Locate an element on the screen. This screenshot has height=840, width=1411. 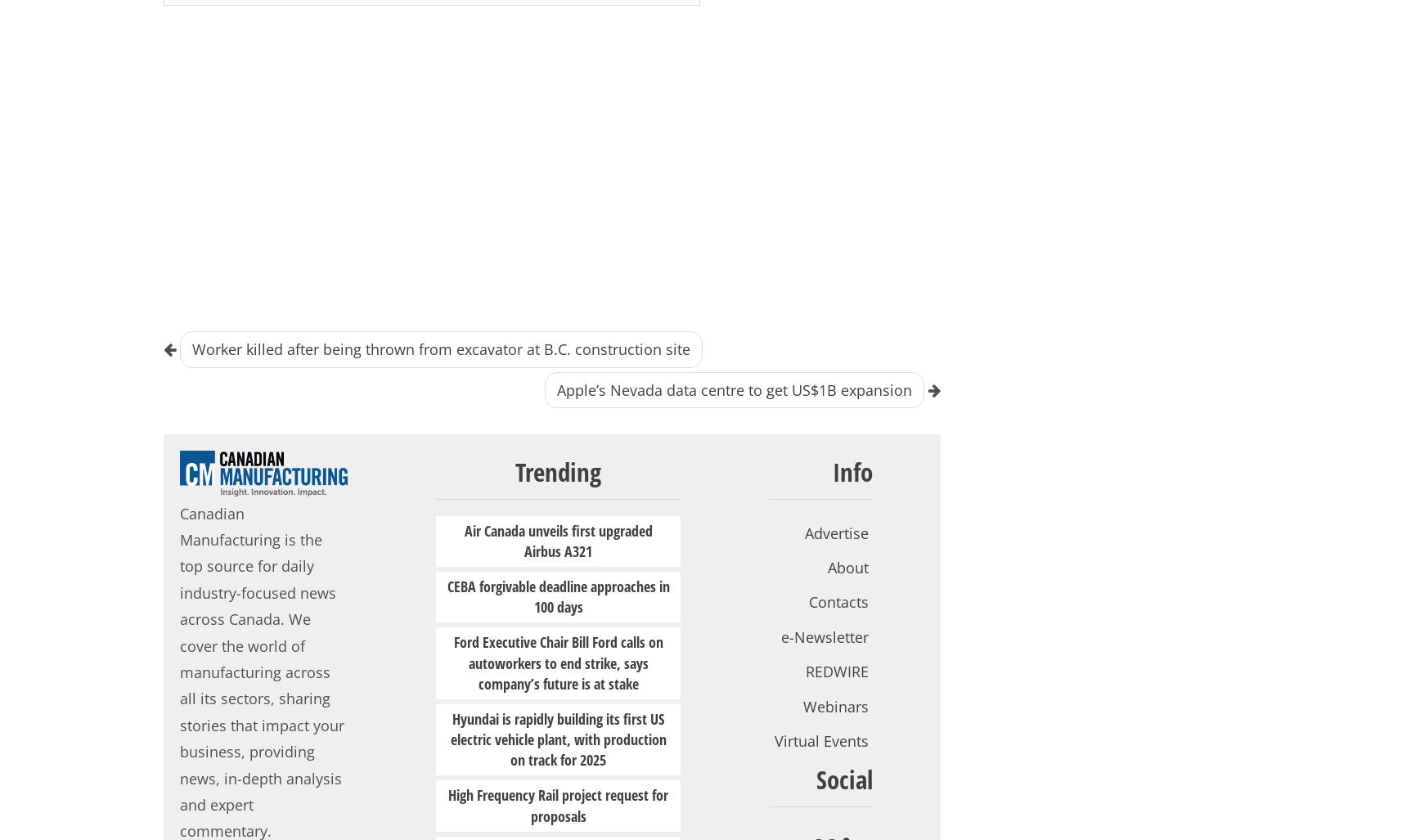
'Social' is located at coordinates (843, 779).